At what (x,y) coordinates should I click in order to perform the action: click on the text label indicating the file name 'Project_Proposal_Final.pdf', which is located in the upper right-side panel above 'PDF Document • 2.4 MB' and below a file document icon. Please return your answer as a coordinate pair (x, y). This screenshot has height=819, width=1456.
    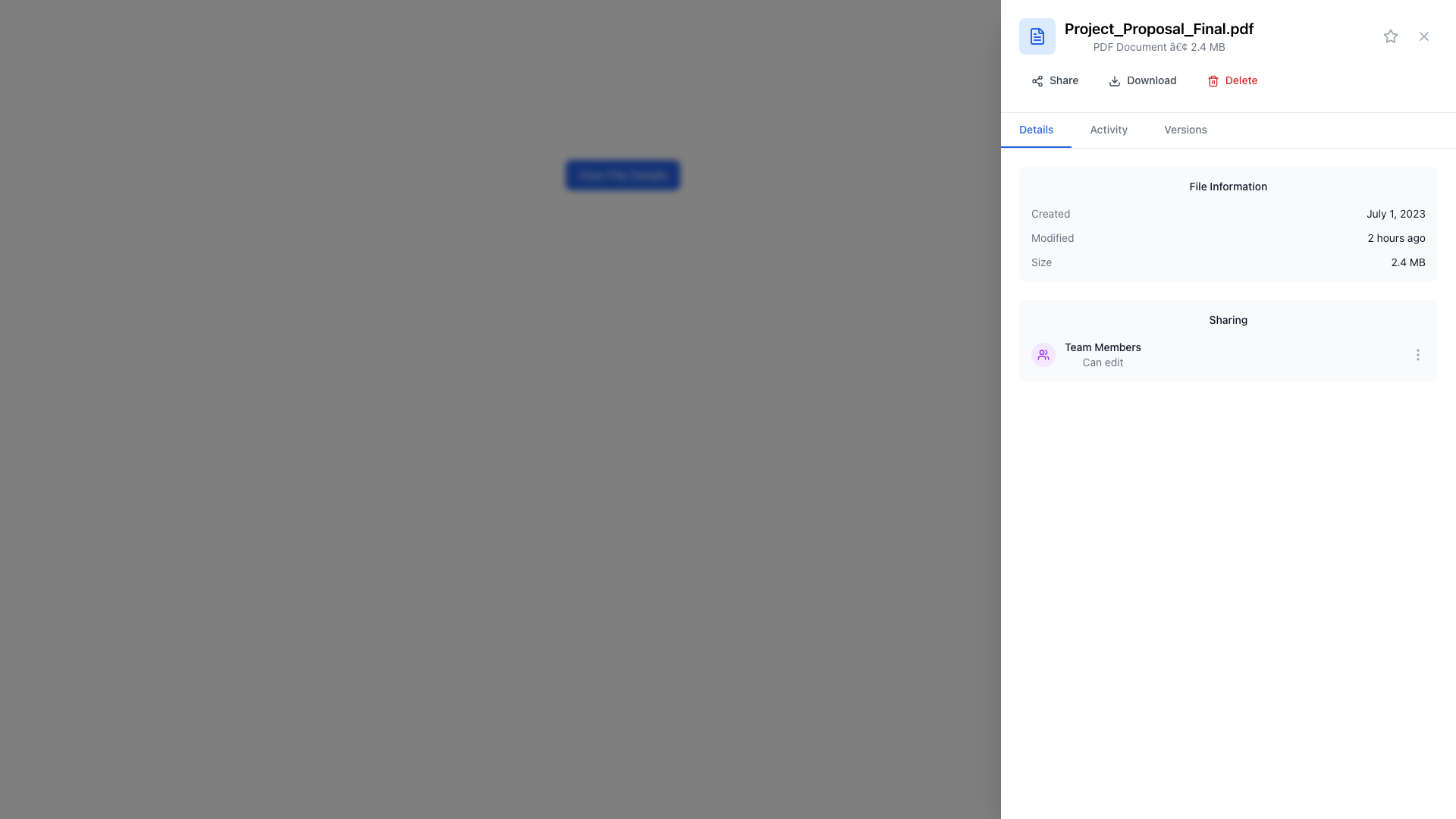
    Looking at the image, I should click on (1158, 29).